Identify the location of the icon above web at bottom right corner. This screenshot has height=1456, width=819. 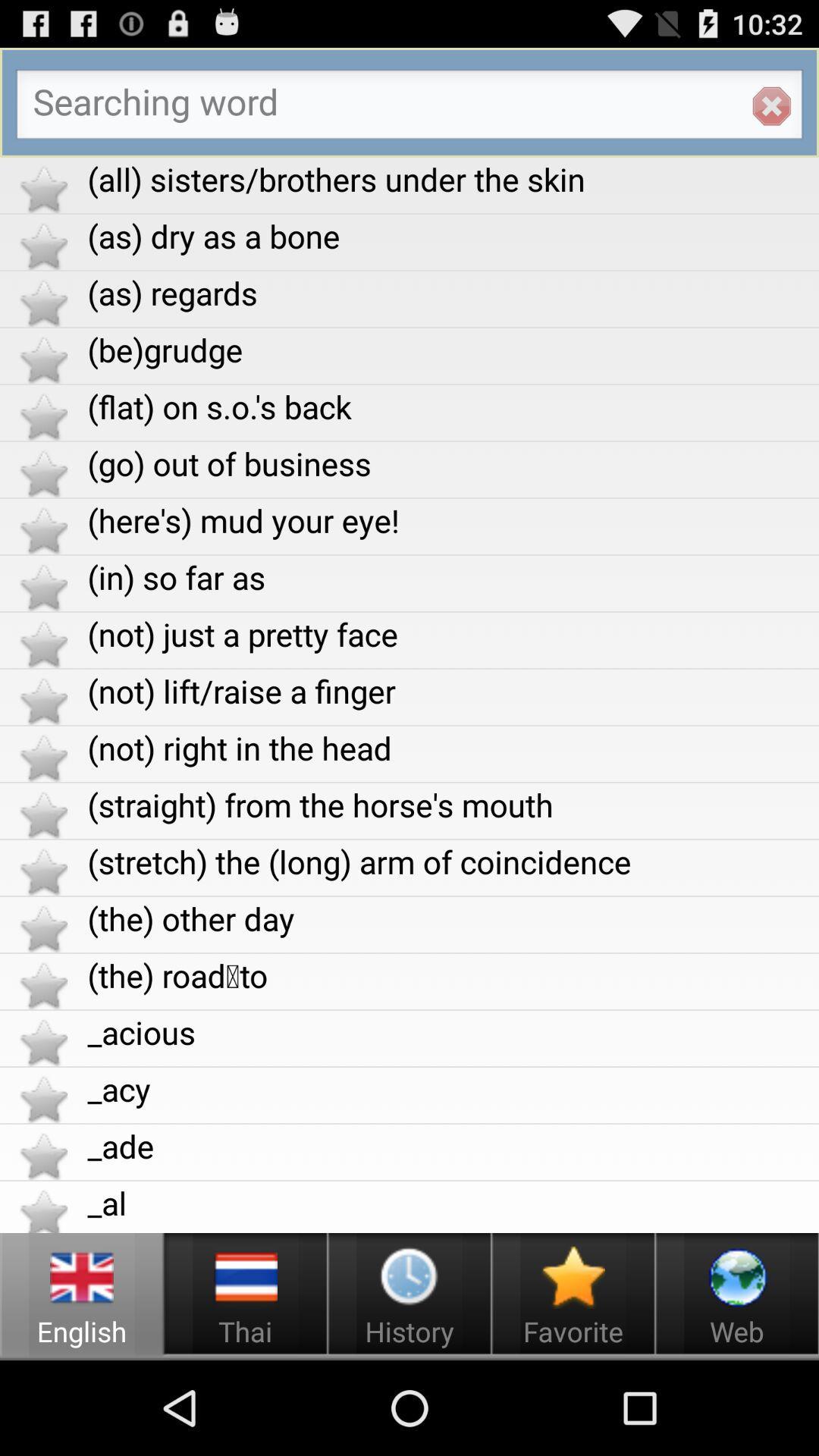
(736, 1276).